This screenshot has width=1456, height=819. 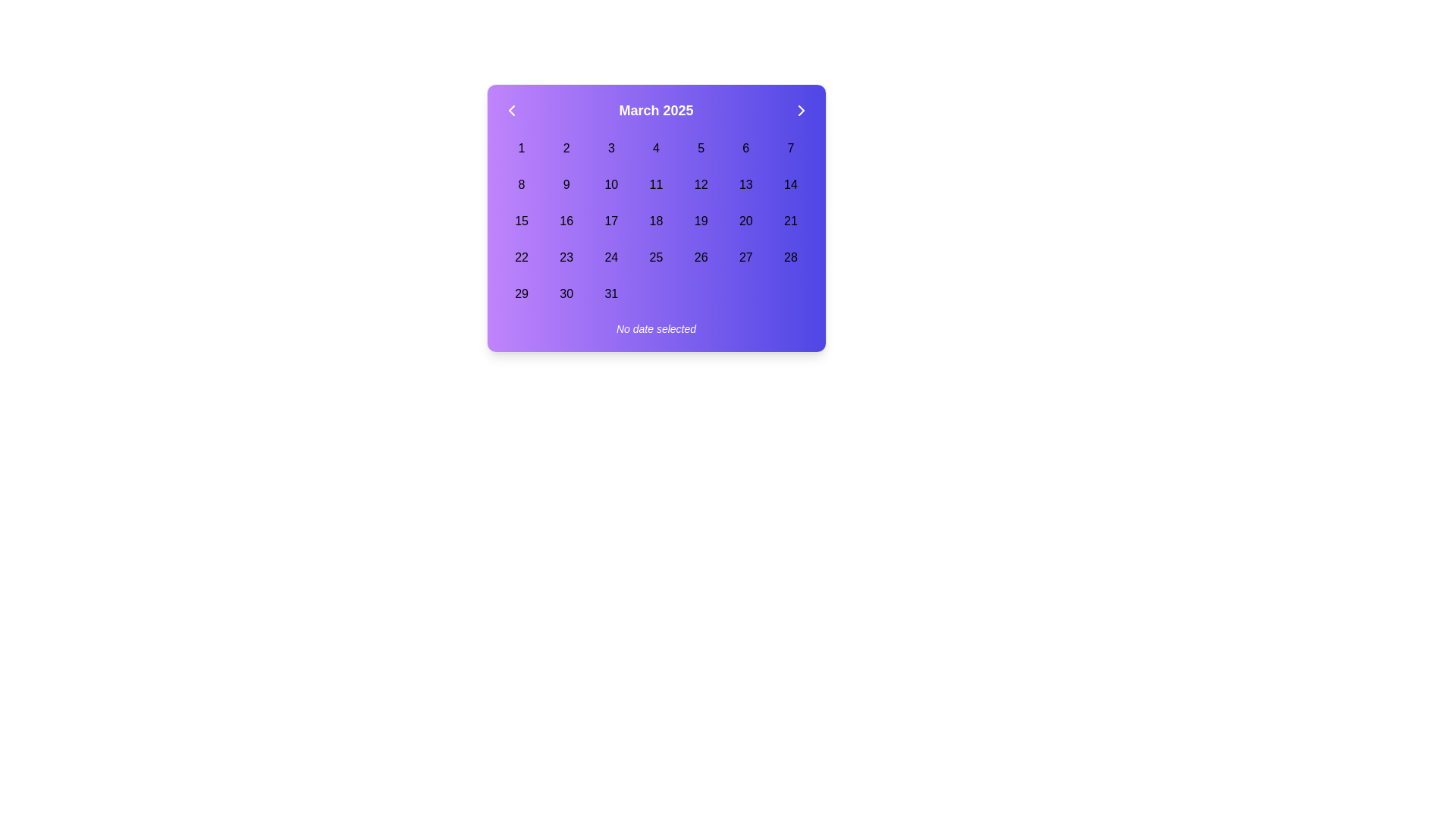 I want to click on on the button representing the selectable date of the 24th in the calendar grid layout, so click(x=611, y=256).